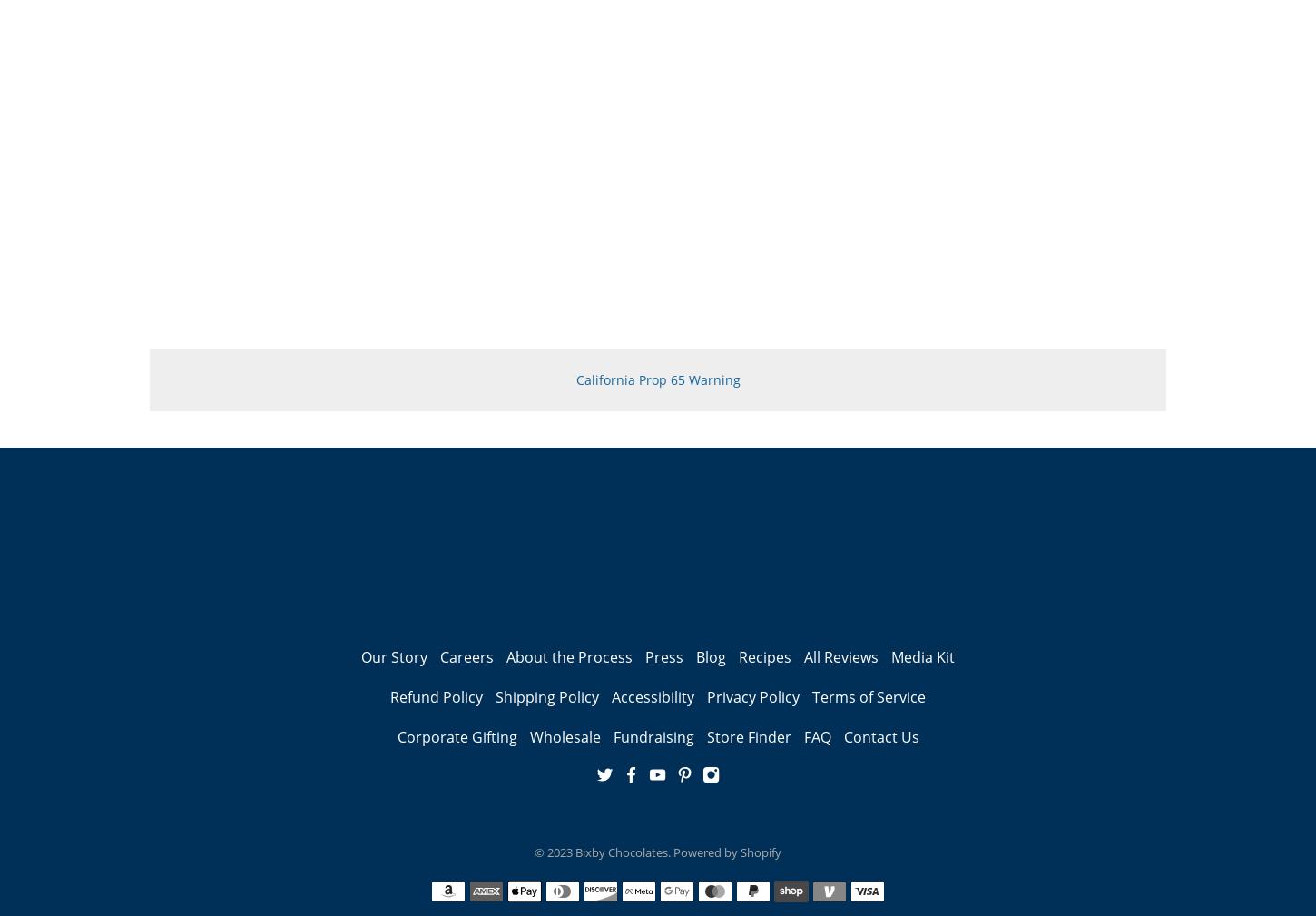 The height and width of the screenshot is (916, 1316). I want to click on 'Contact Us', so click(880, 737).